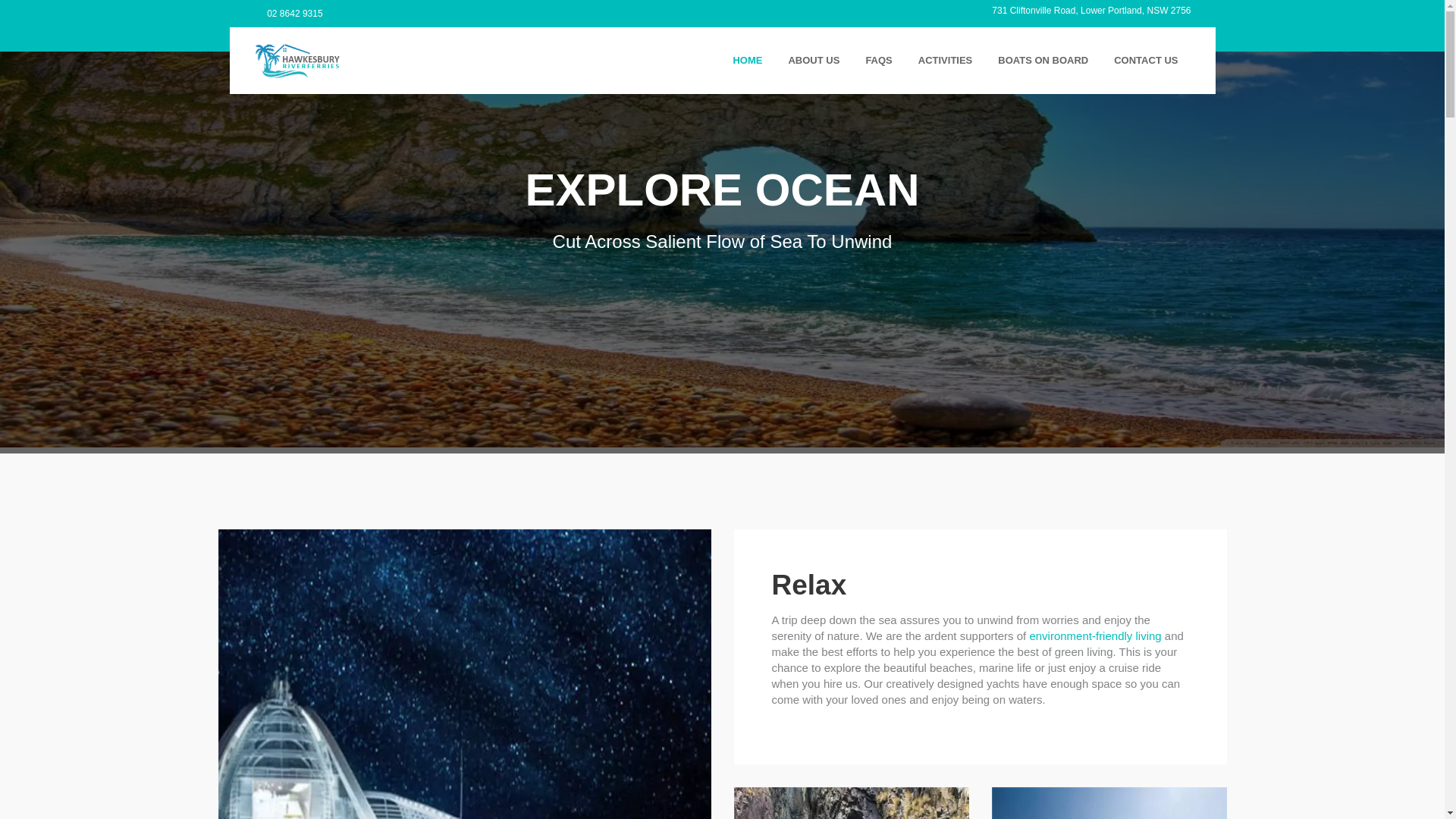 This screenshot has height=819, width=1456. What do you see at coordinates (1100, 60) in the screenshot?
I see `'CONTACT US'` at bounding box center [1100, 60].